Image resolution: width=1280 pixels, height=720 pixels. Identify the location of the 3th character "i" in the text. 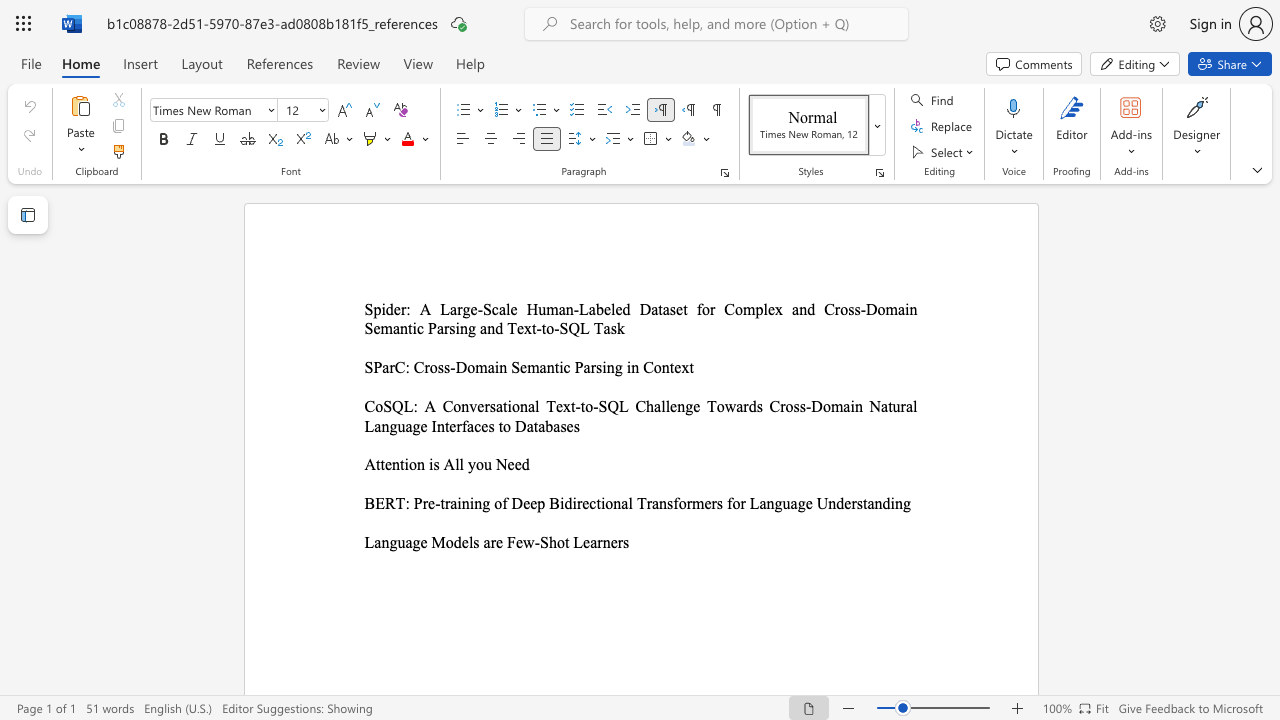
(413, 327).